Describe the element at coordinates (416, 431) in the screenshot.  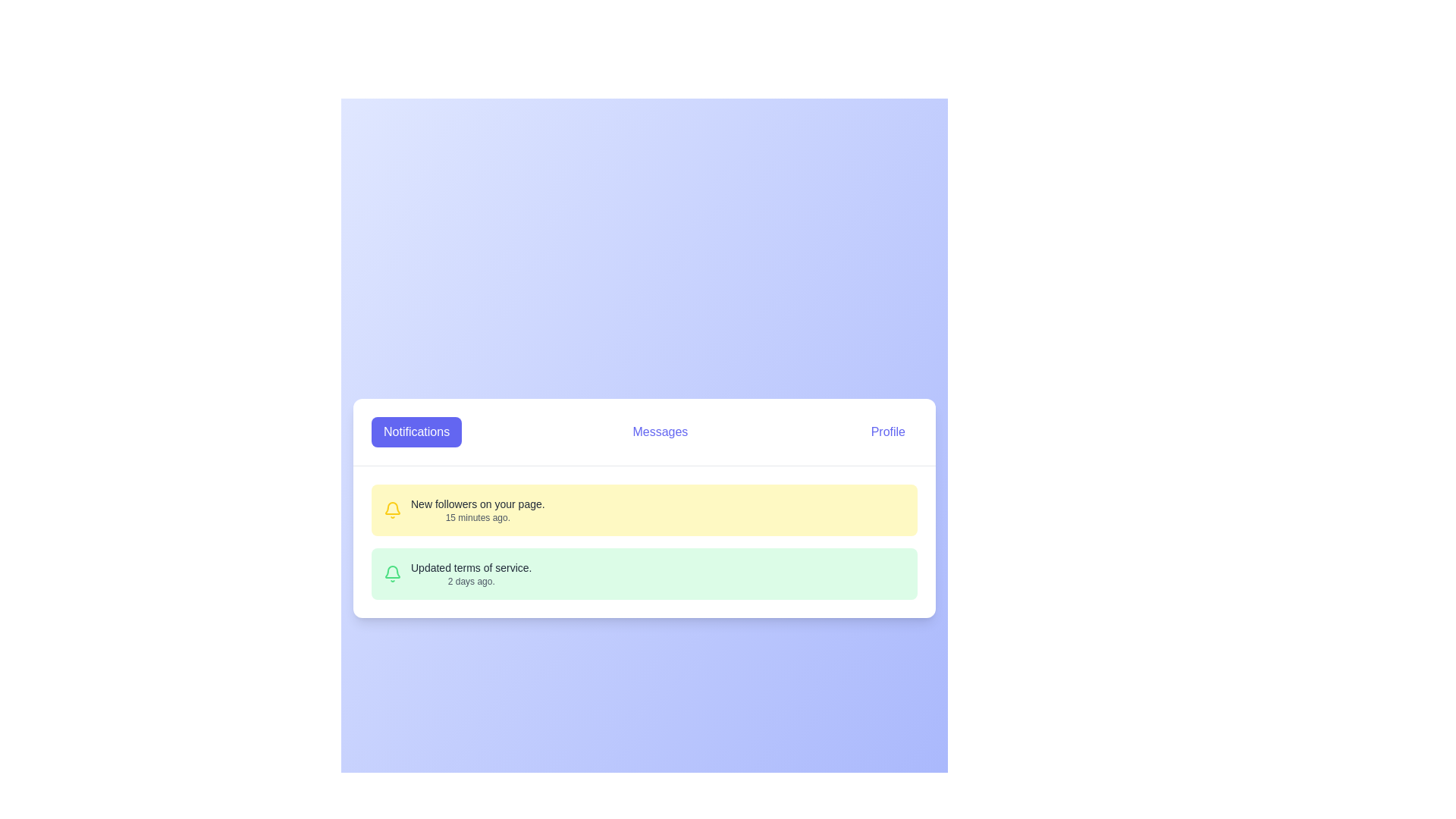
I see `the 'Notifications' button, which is the first button in a row of three, featuring a blue background and white text, to trigger a tooltip or visual change` at that location.